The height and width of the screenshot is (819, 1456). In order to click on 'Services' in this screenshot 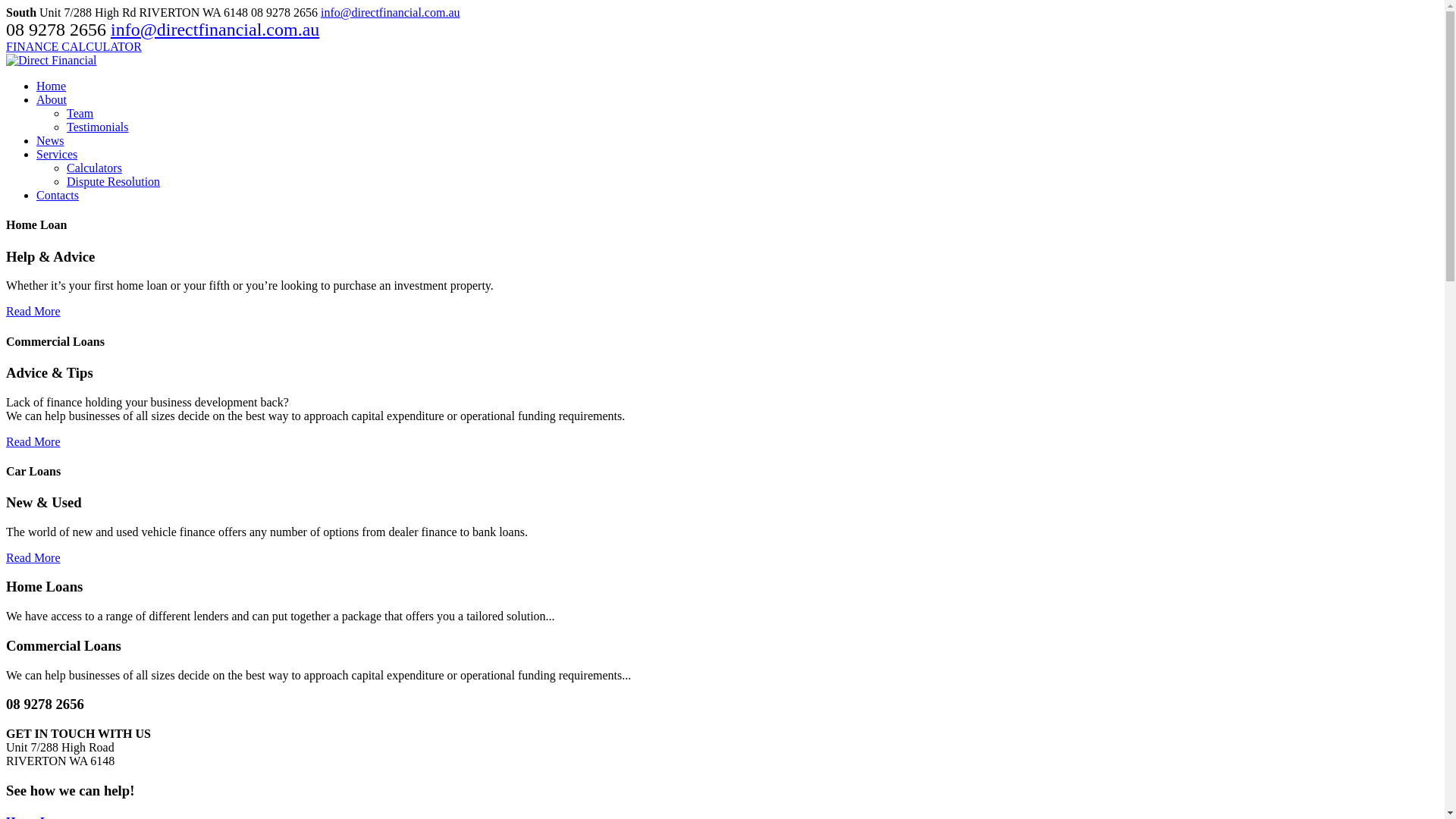, I will do `click(57, 154)`.